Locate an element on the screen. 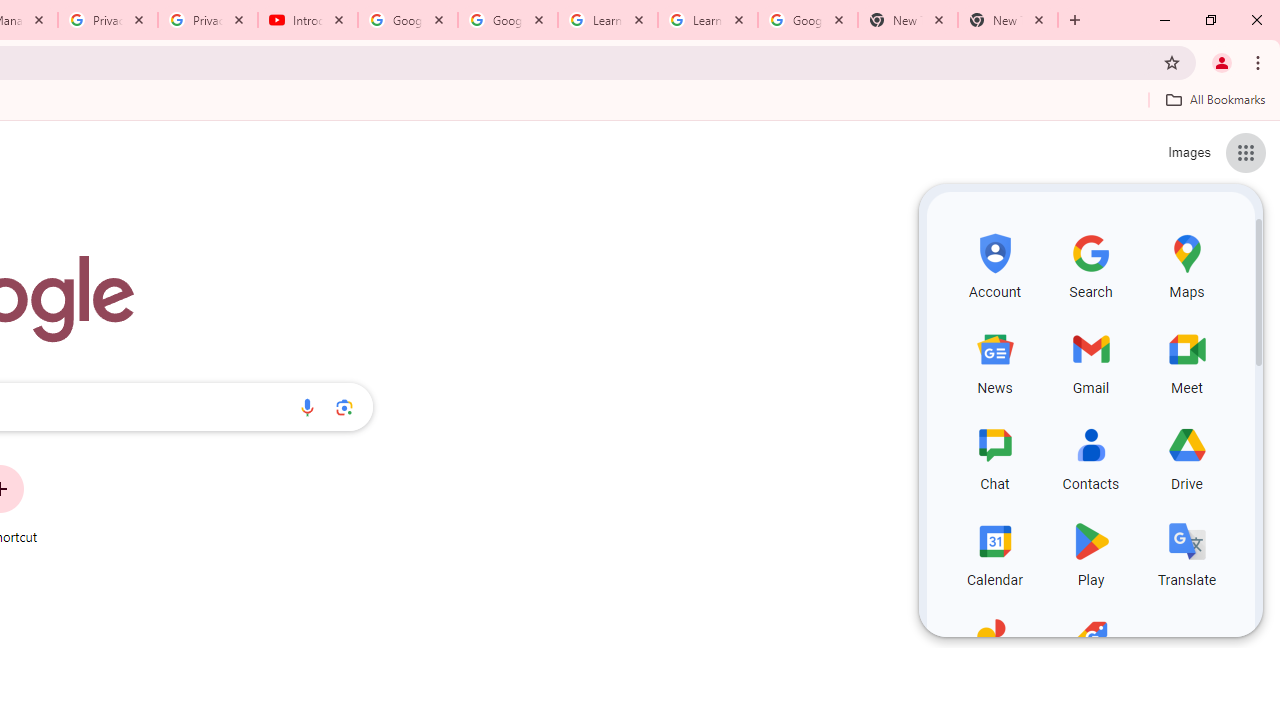 This screenshot has width=1280, height=720. 'Google Account Help' is located at coordinates (407, 20).